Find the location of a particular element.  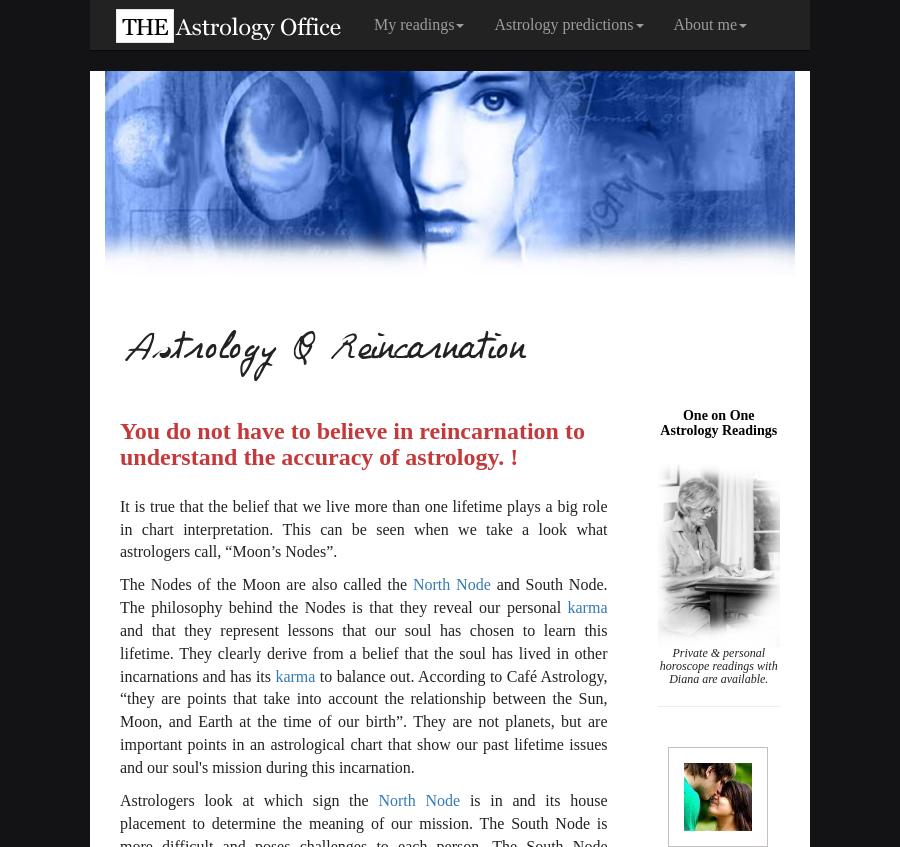

'It is true that the belief that we live more than one lifetime plays a big role in chart interpretation. This can be seen when we take a look what astrologers call, “Moon’s Nodes”.' is located at coordinates (119, 527).